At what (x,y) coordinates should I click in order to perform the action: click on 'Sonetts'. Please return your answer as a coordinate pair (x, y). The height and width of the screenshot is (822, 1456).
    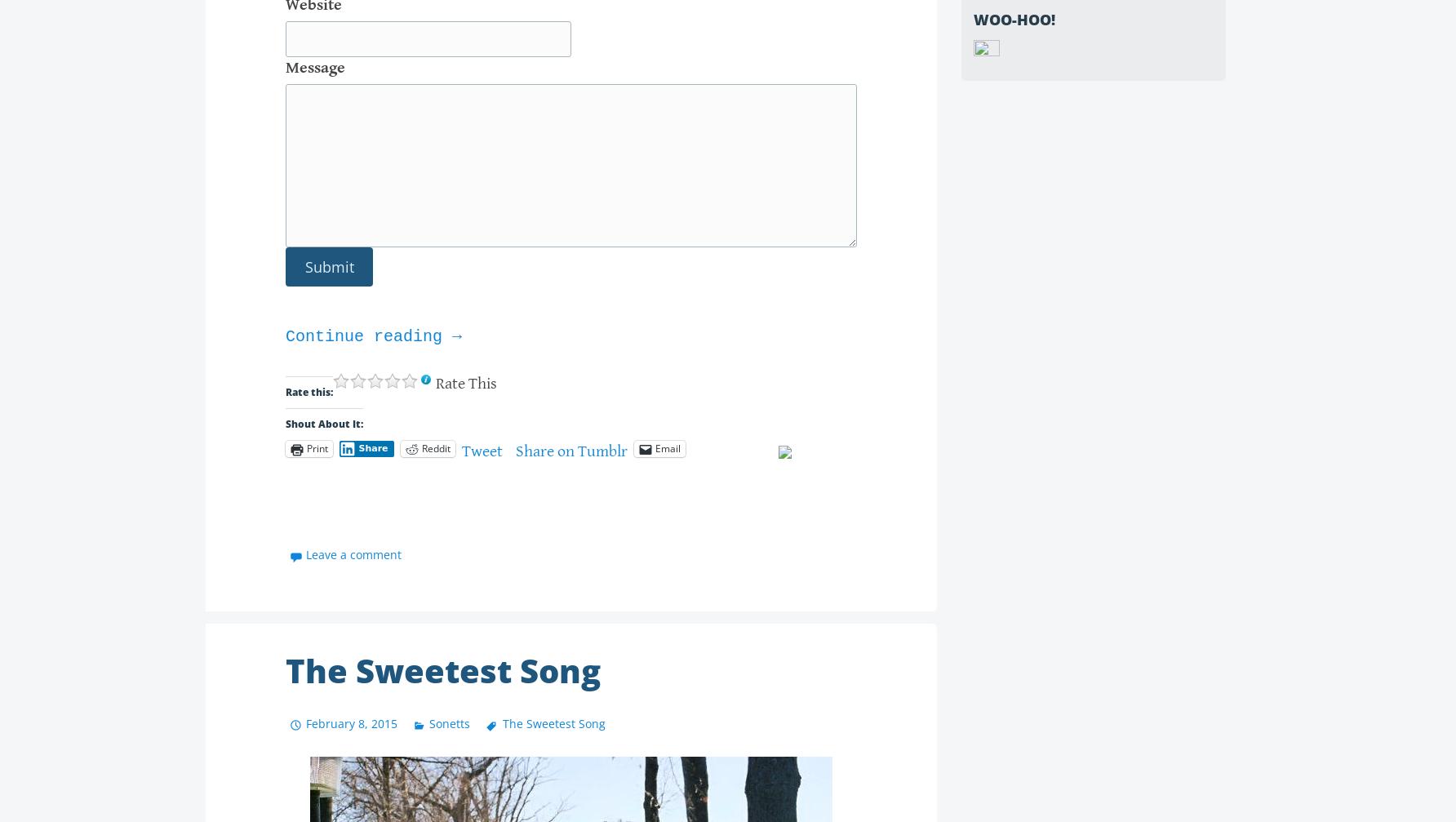
    Looking at the image, I should click on (450, 722).